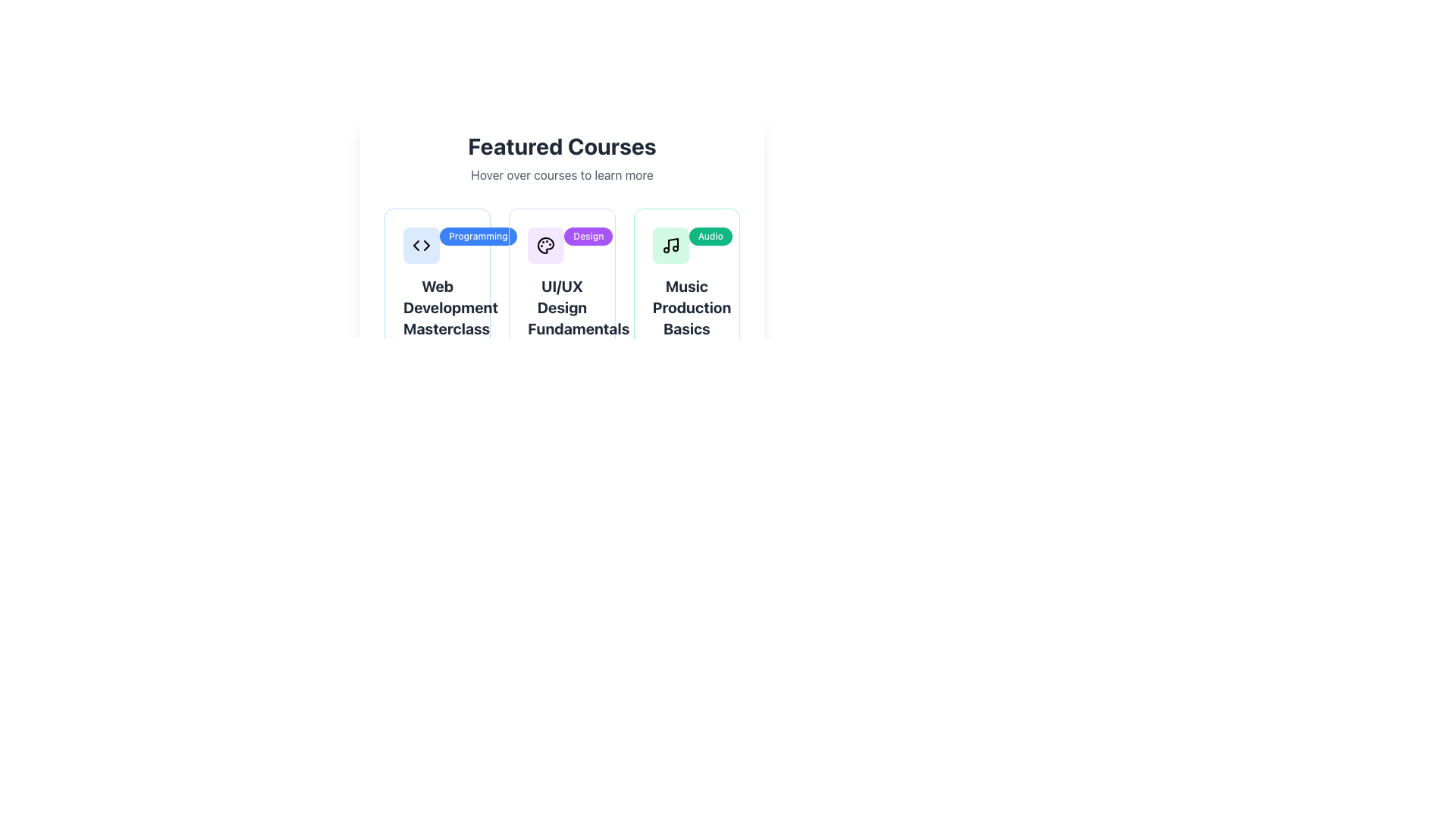  What do you see at coordinates (561, 174) in the screenshot?
I see `the static text 'Hover over courses to learn more' which is displayed in a subdued gray color directly below the 'Featured Courses' heading` at bounding box center [561, 174].